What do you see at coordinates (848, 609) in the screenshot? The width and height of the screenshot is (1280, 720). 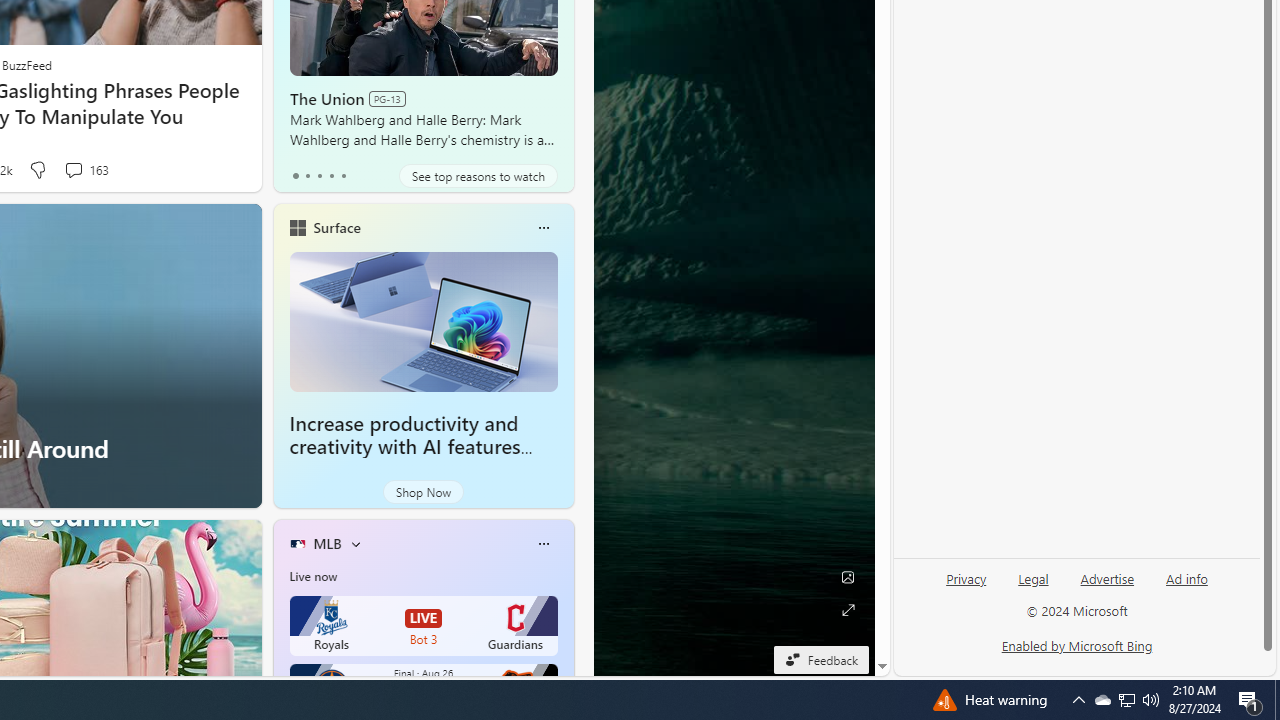 I see `'Expand background'` at bounding box center [848, 609].